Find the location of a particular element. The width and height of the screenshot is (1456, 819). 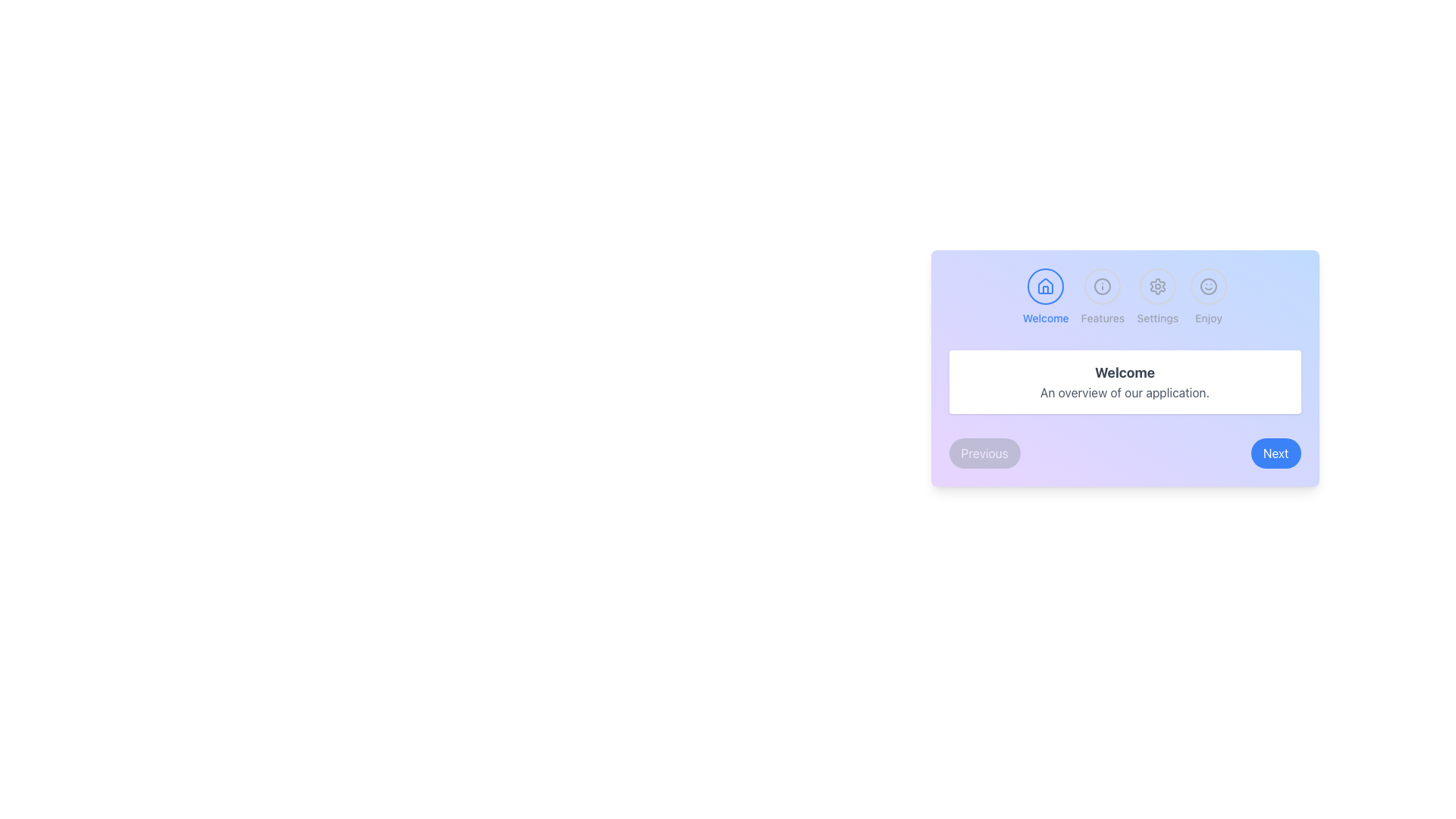

the 'Welcome' IconButton in the navigation menu for keyboard navigation is located at coordinates (1045, 287).